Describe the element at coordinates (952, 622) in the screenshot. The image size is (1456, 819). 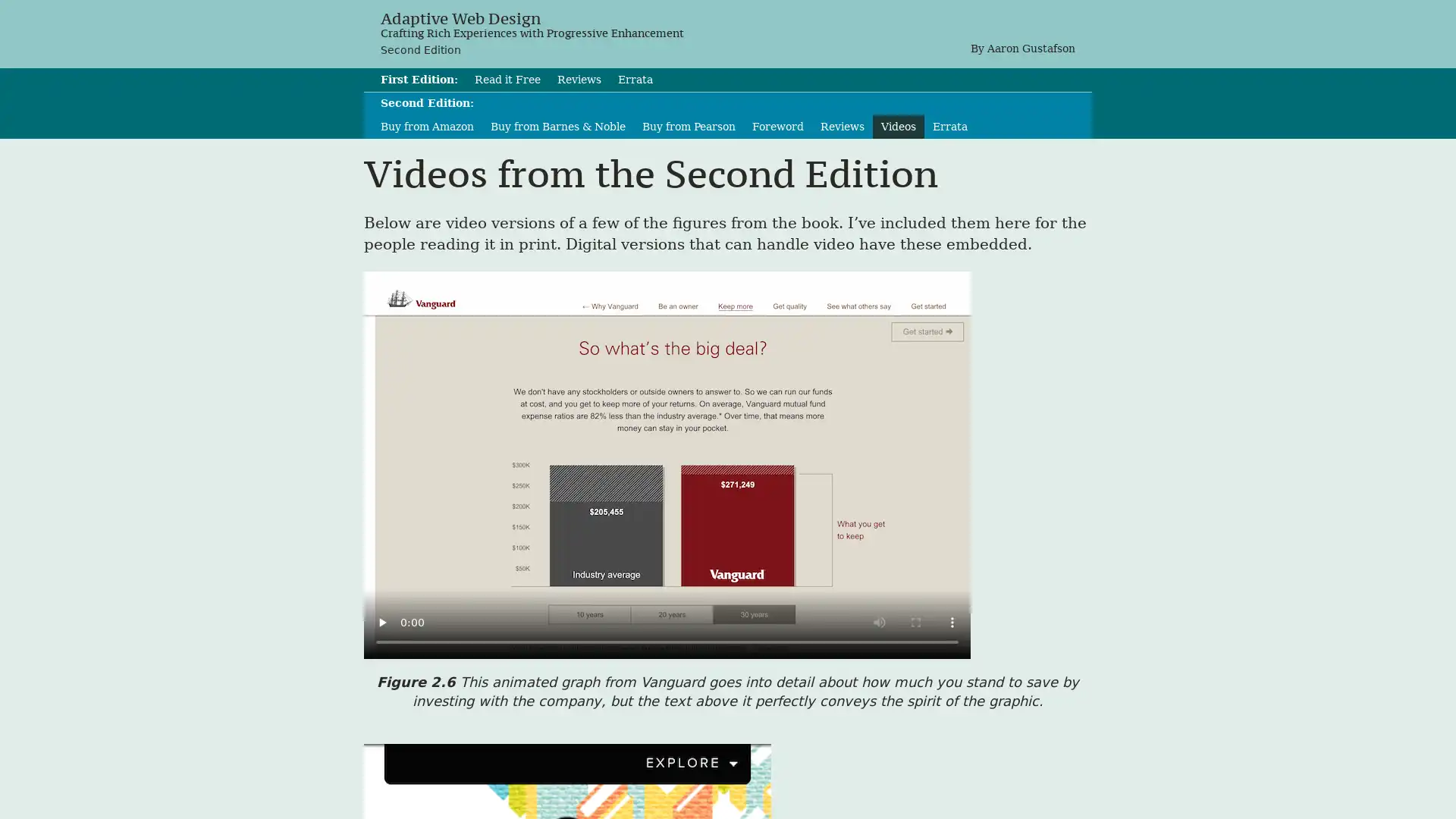
I see `show more media controls` at that location.